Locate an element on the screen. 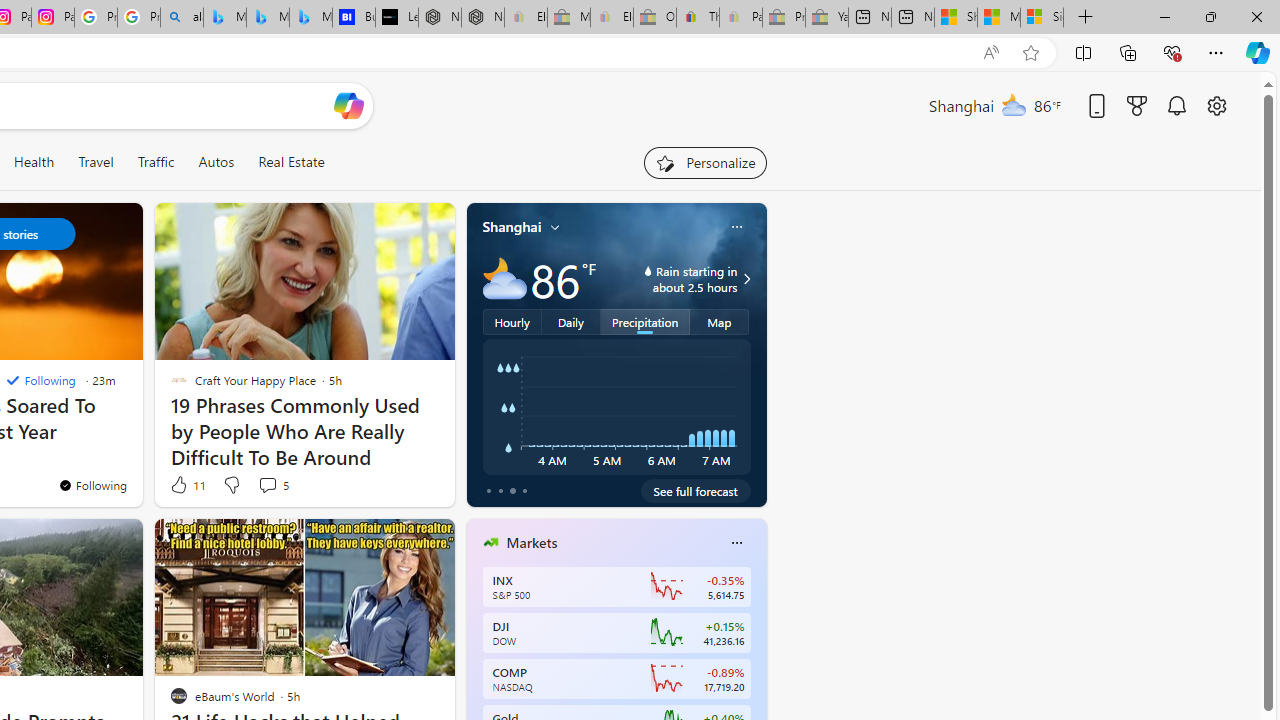  'Markets' is located at coordinates (531, 543).